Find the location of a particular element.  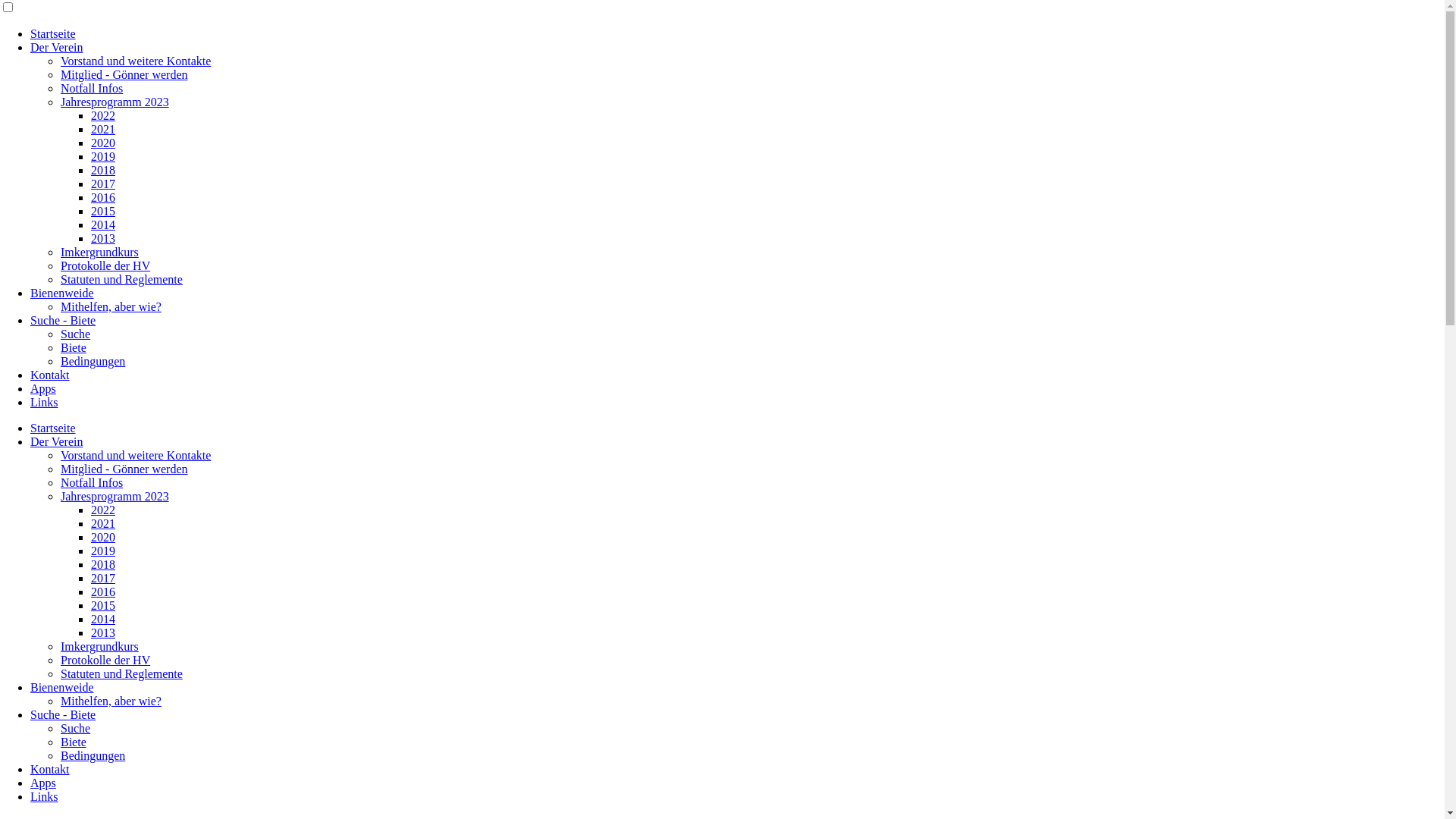

'Notfall Infos' is located at coordinates (90, 88).